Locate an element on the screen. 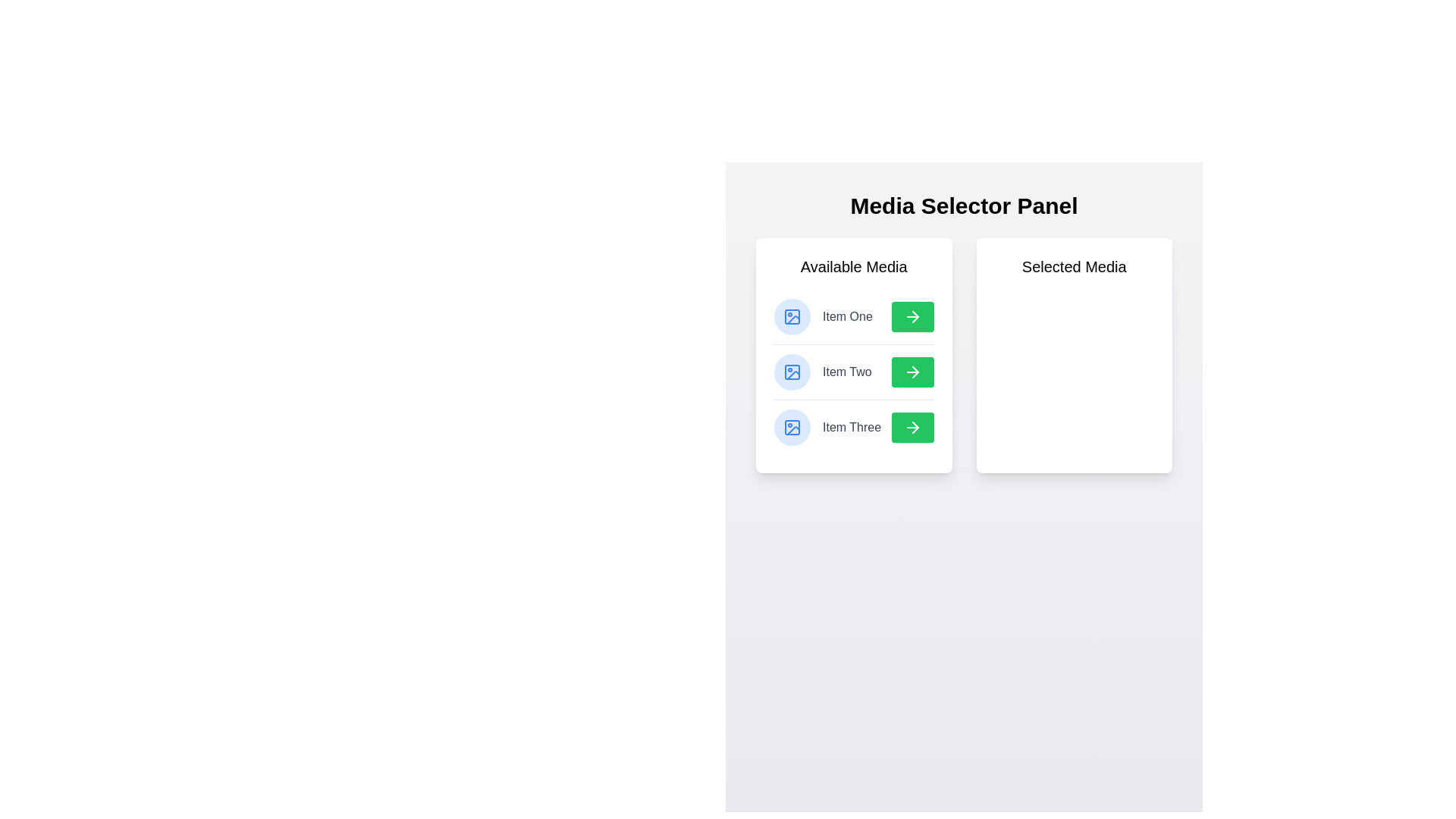  the second green button under 'Available Media' associated with 'Item Two' is located at coordinates (912, 372).